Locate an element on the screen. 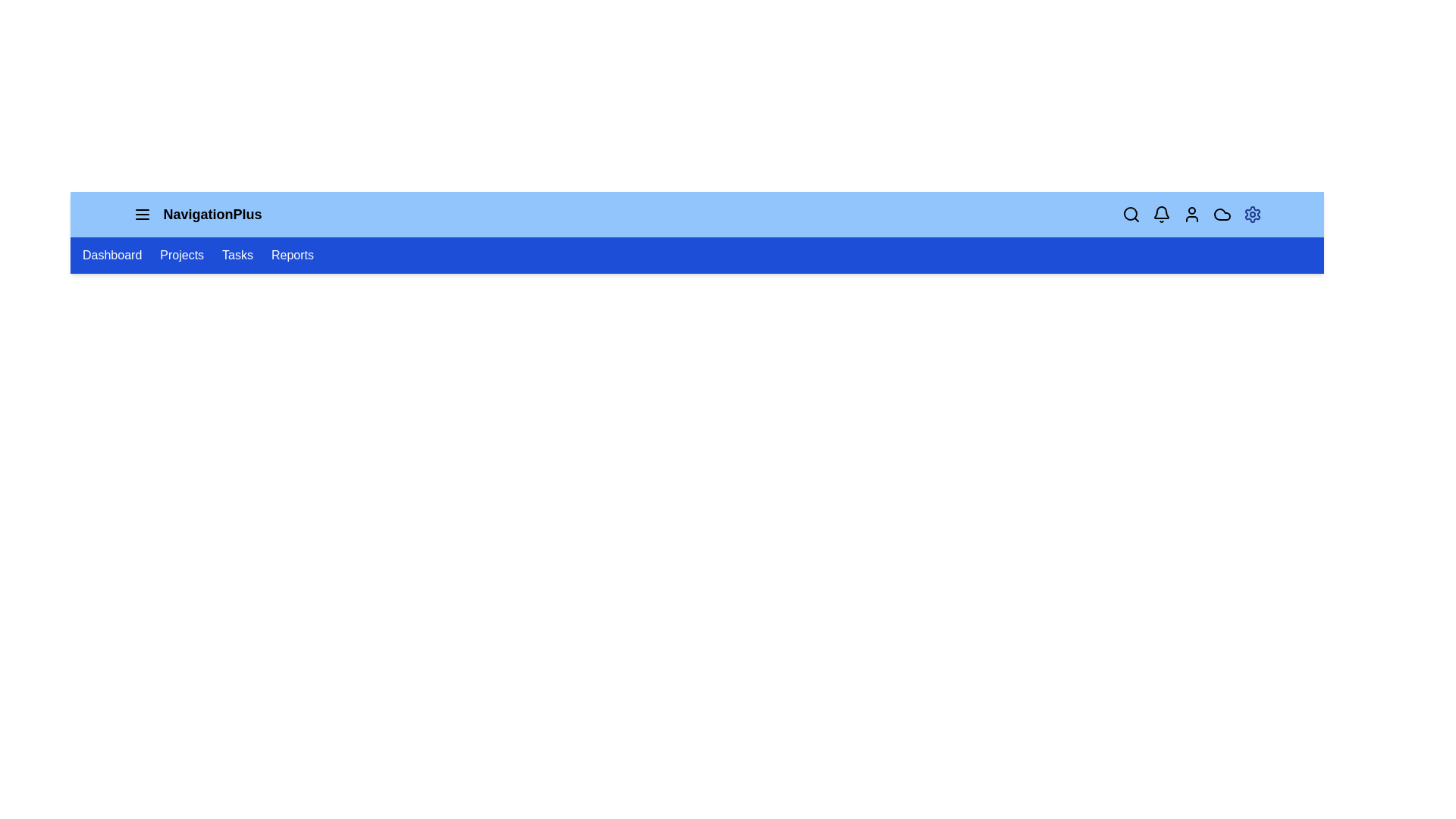  the menu button to toggle the menu visibility is located at coordinates (142, 214).